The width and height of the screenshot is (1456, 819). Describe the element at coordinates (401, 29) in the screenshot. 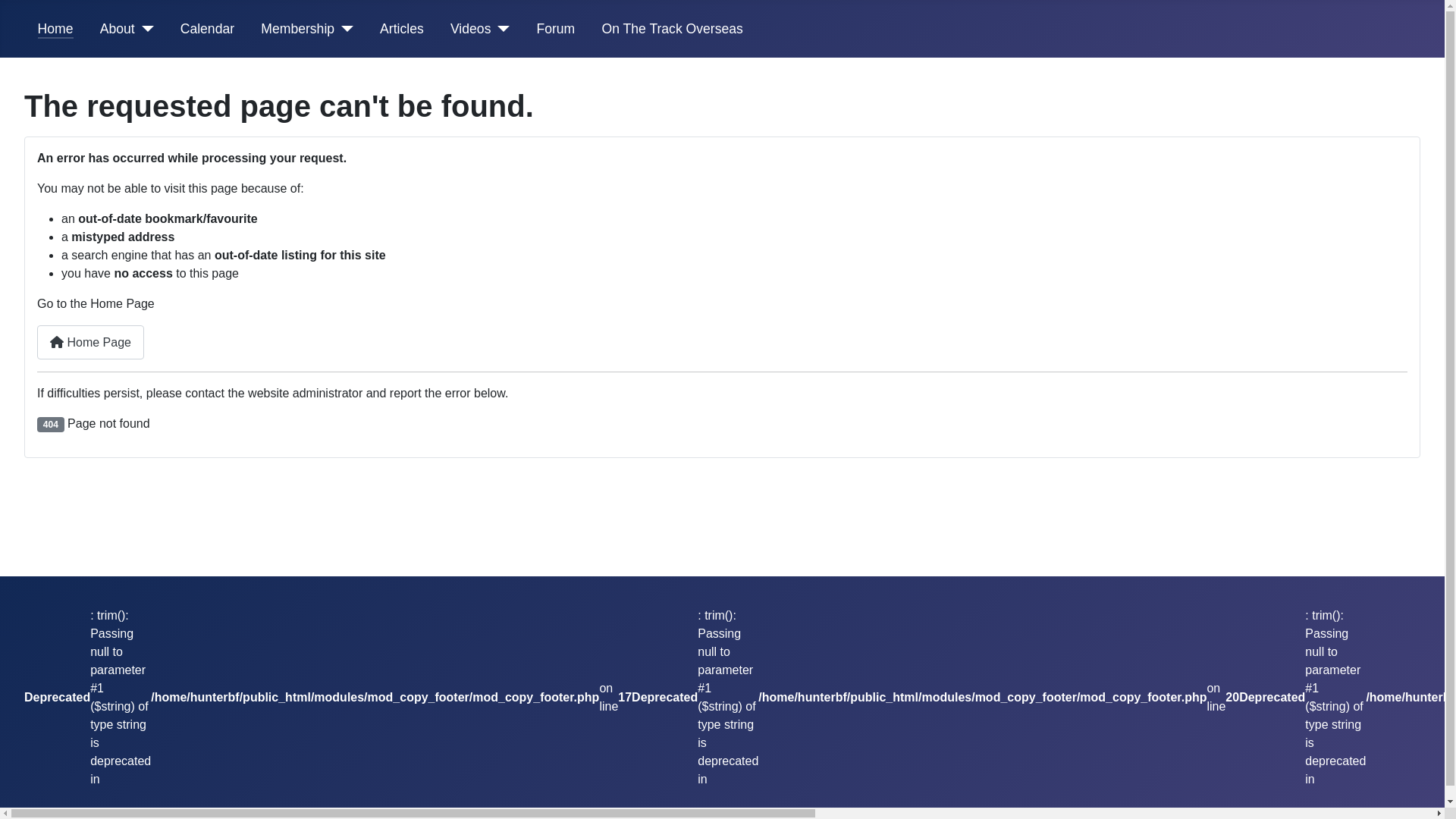

I see `'Articles'` at that location.